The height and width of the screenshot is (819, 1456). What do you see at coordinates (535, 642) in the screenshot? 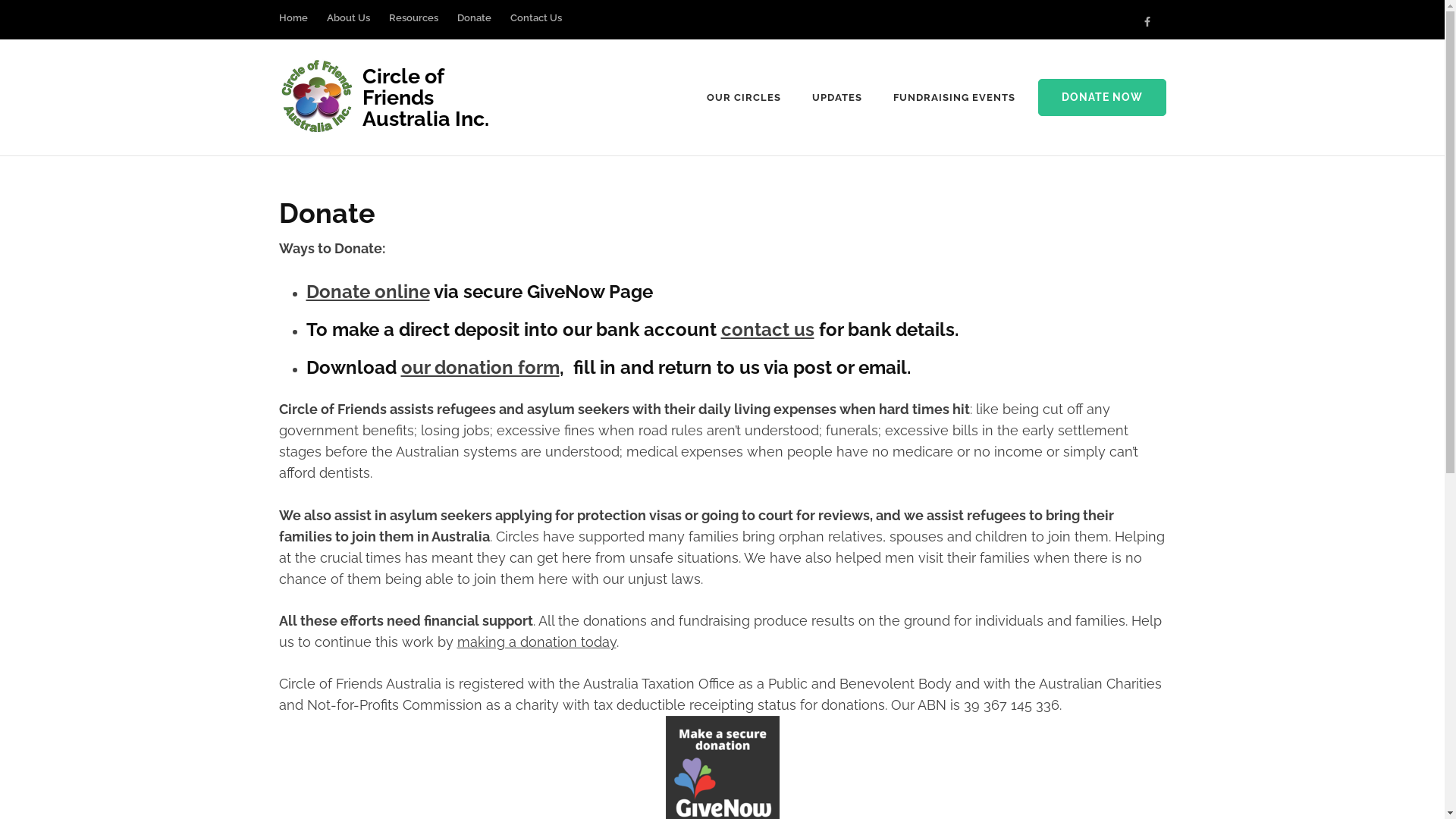
I see `'making a donation today'` at bounding box center [535, 642].